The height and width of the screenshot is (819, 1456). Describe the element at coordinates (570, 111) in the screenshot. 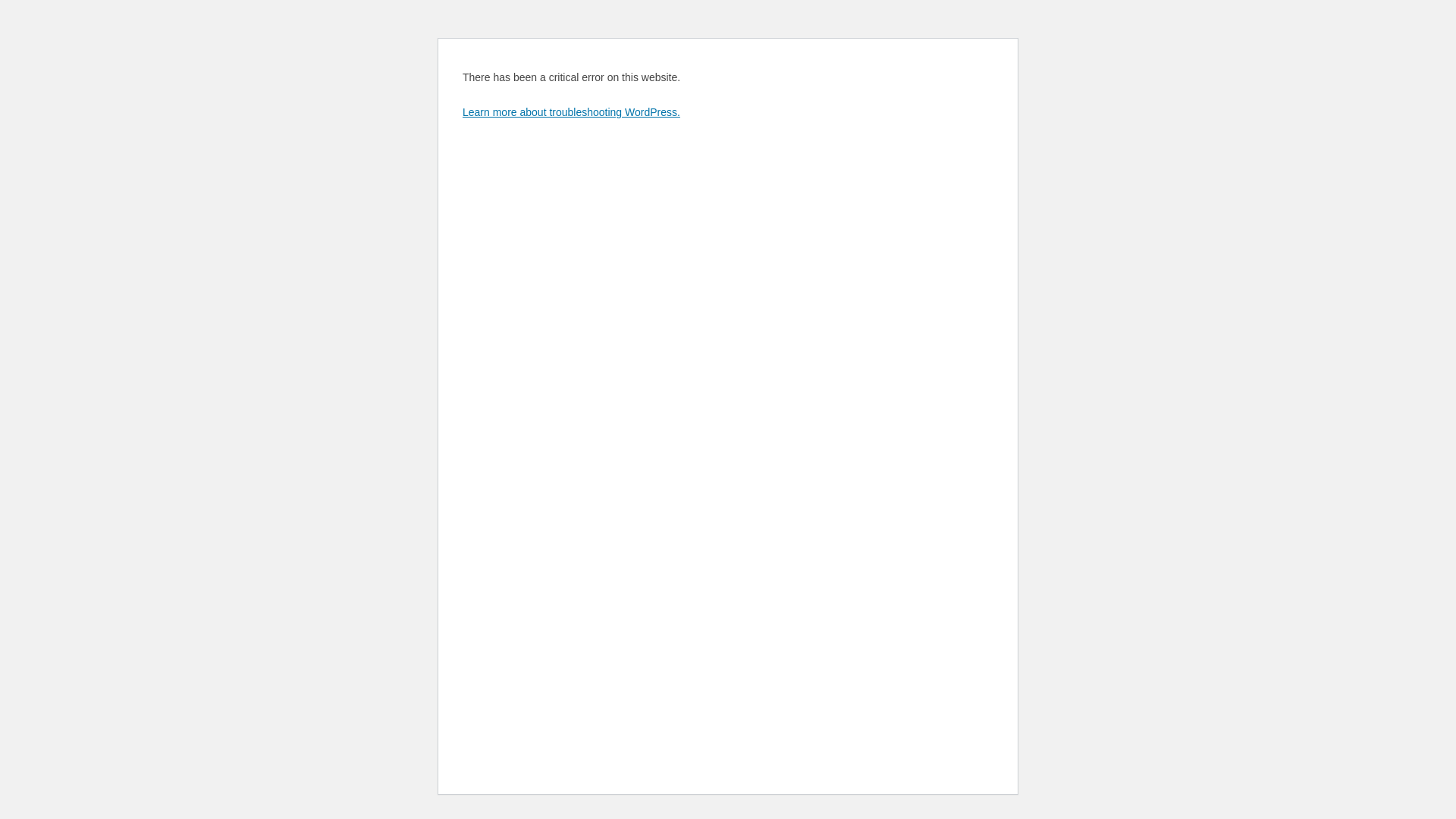

I see `'Learn more about troubleshooting WordPress.'` at that location.